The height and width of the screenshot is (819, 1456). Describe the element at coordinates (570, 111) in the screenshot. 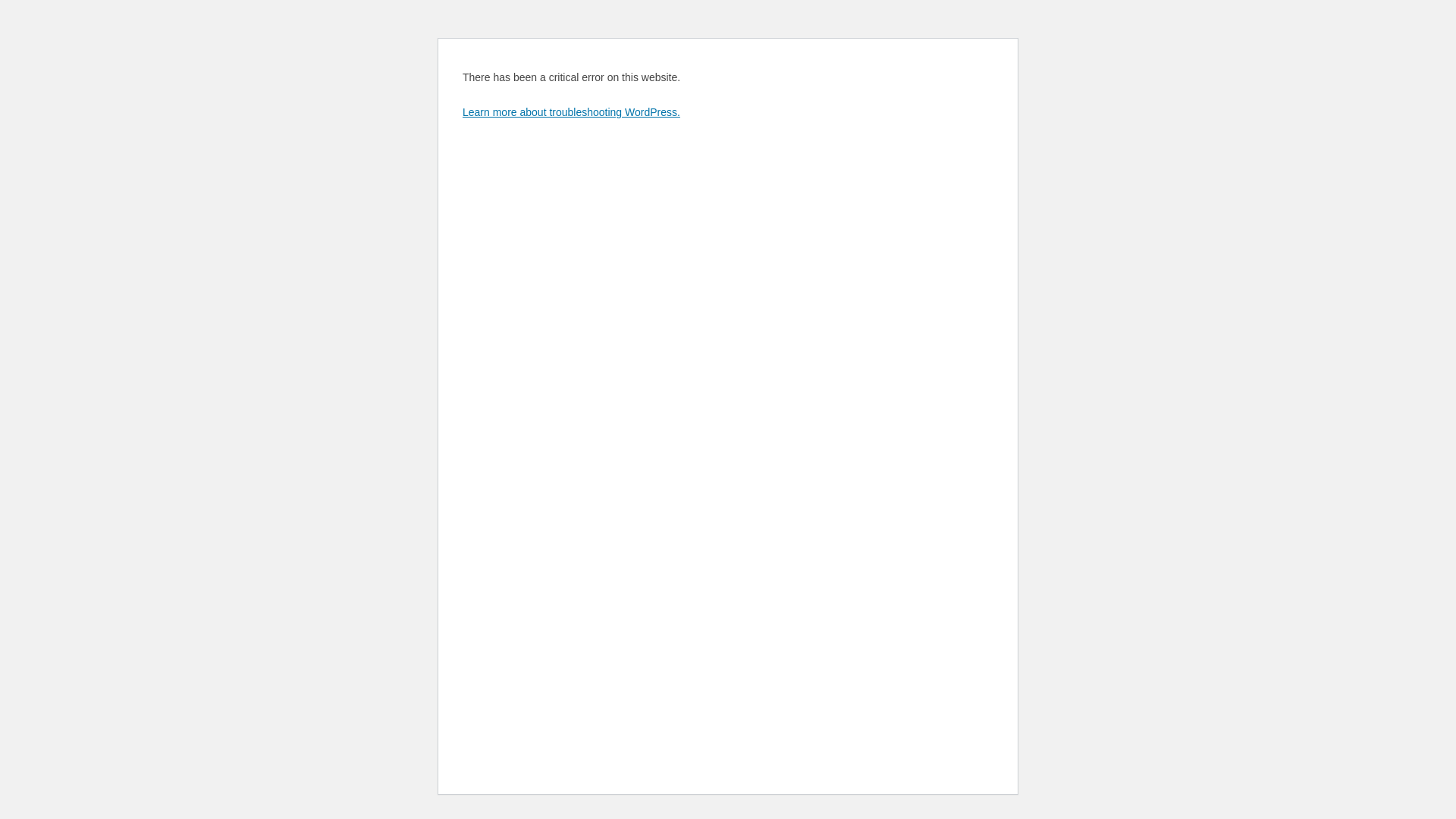

I see `'Learn more about troubleshooting WordPress.'` at that location.